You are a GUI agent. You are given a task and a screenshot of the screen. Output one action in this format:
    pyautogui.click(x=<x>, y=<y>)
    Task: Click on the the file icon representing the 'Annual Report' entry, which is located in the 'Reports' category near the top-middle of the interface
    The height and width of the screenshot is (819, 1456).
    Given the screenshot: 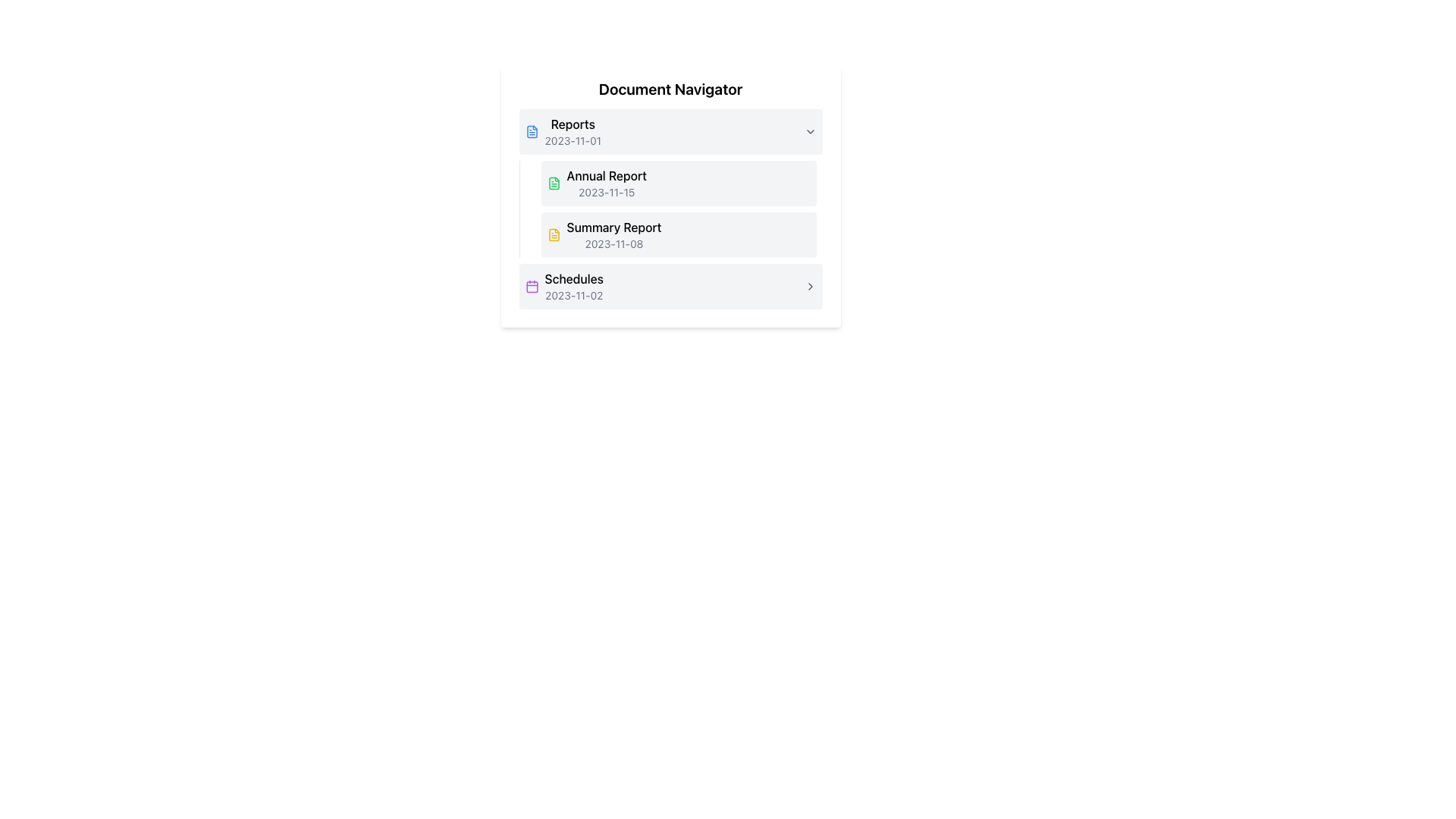 What is the action you would take?
    pyautogui.click(x=553, y=183)
    